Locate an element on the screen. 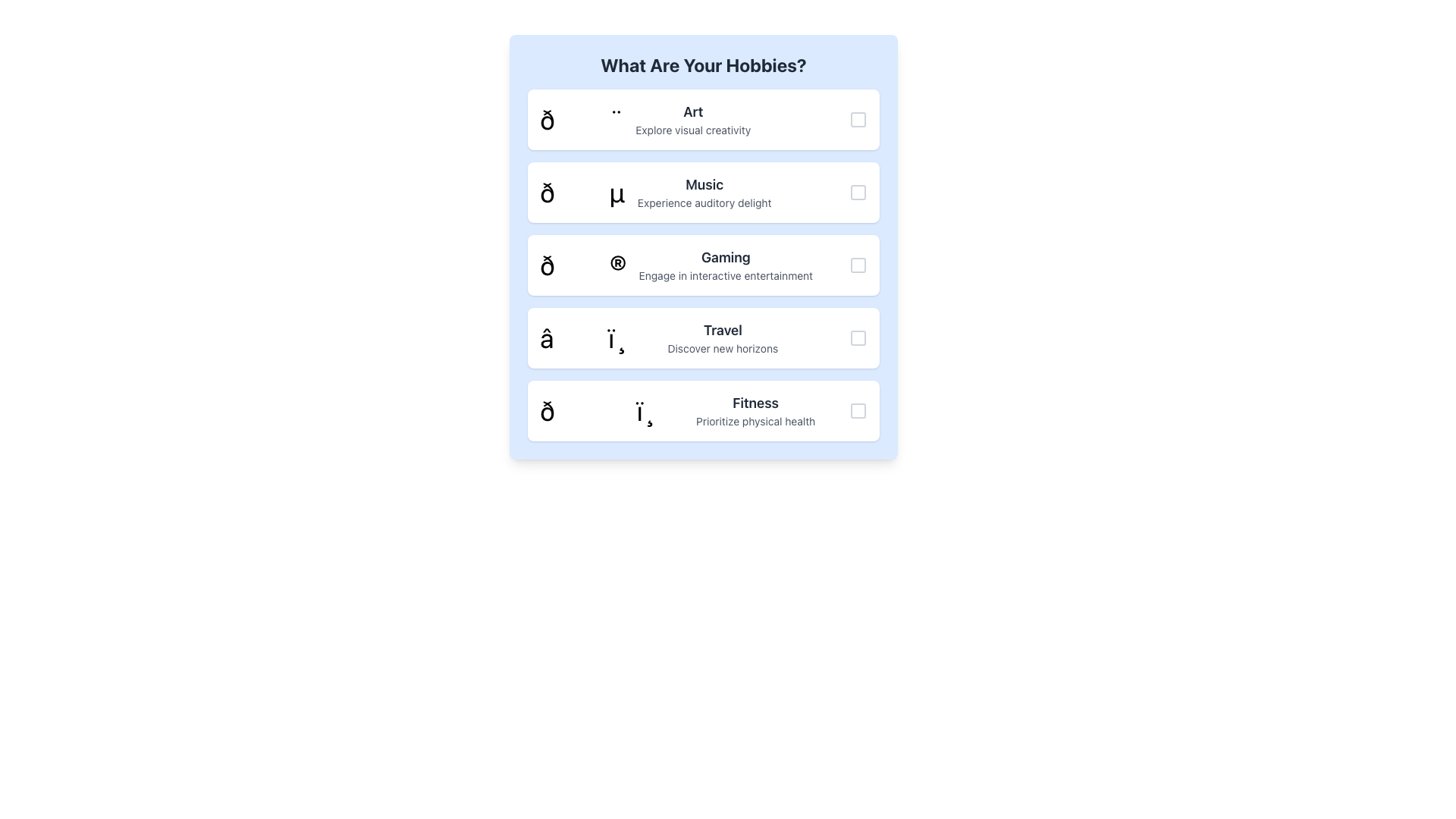  the small square icon located at the far-right end of the row labeled 'Fitness' in the hobby categories list is located at coordinates (858, 411).